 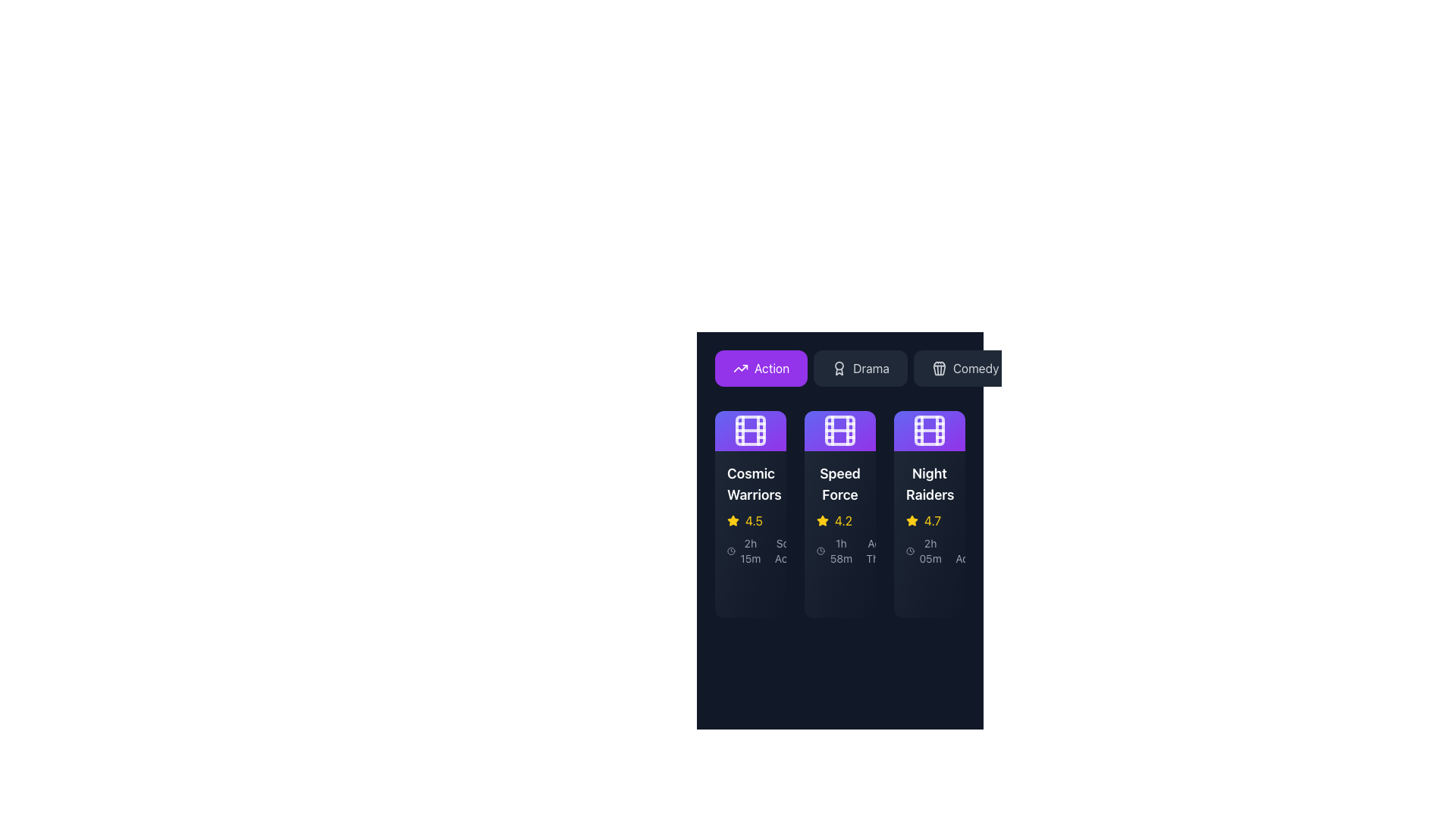 I want to click on the central media icon representing the film 'Speed Force', located between 'Cosmic Warriors' and 'Night Raiders', so click(x=839, y=430).